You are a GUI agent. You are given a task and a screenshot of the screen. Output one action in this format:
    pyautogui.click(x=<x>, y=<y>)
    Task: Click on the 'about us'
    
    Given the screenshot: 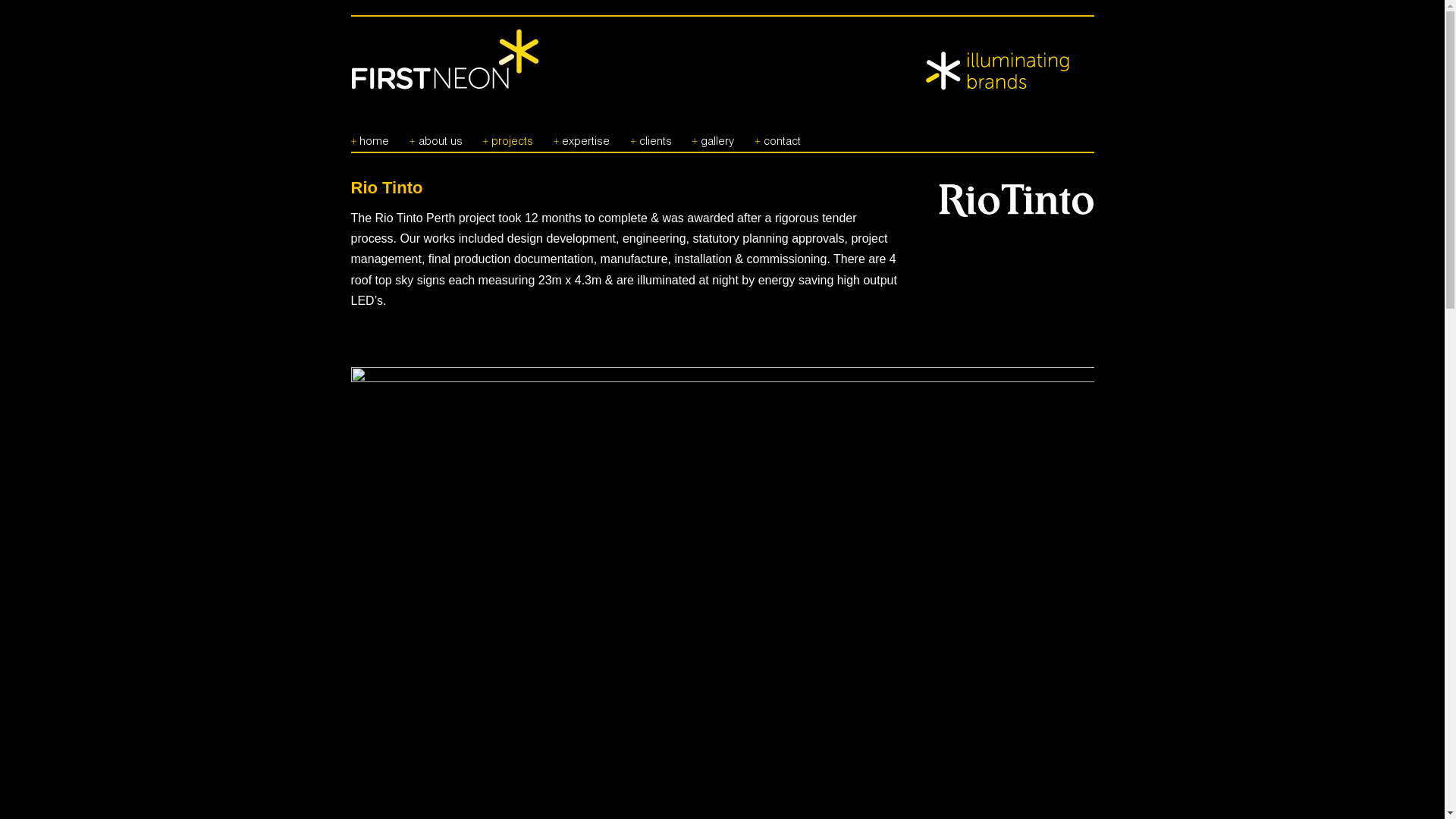 What is the action you would take?
    pyautogui.click(x=435, y=135)
    